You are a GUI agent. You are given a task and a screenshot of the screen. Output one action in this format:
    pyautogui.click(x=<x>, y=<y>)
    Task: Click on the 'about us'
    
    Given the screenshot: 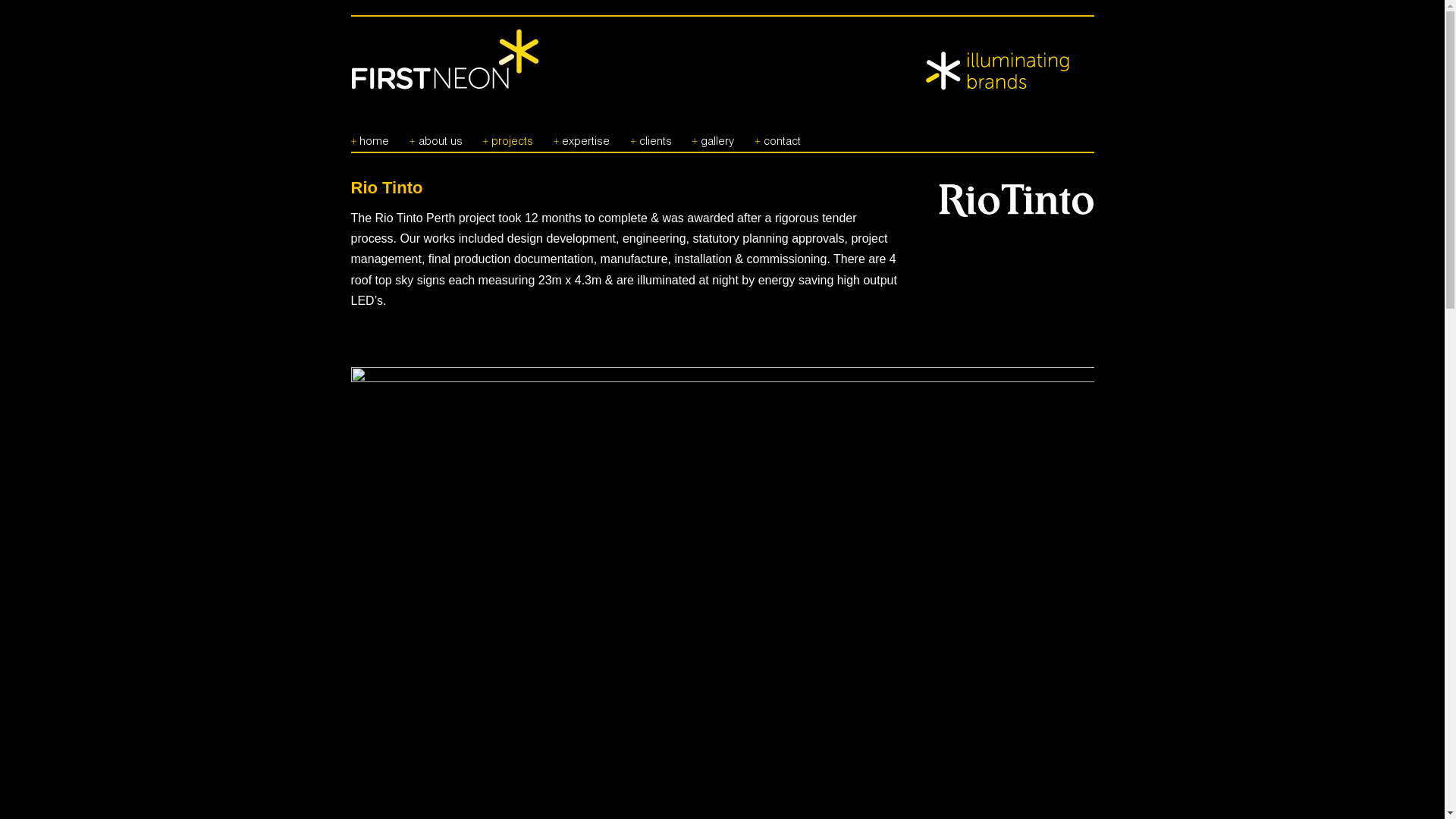 What is the action you would take?
    pyautogui.click(x=435, y=135)
    